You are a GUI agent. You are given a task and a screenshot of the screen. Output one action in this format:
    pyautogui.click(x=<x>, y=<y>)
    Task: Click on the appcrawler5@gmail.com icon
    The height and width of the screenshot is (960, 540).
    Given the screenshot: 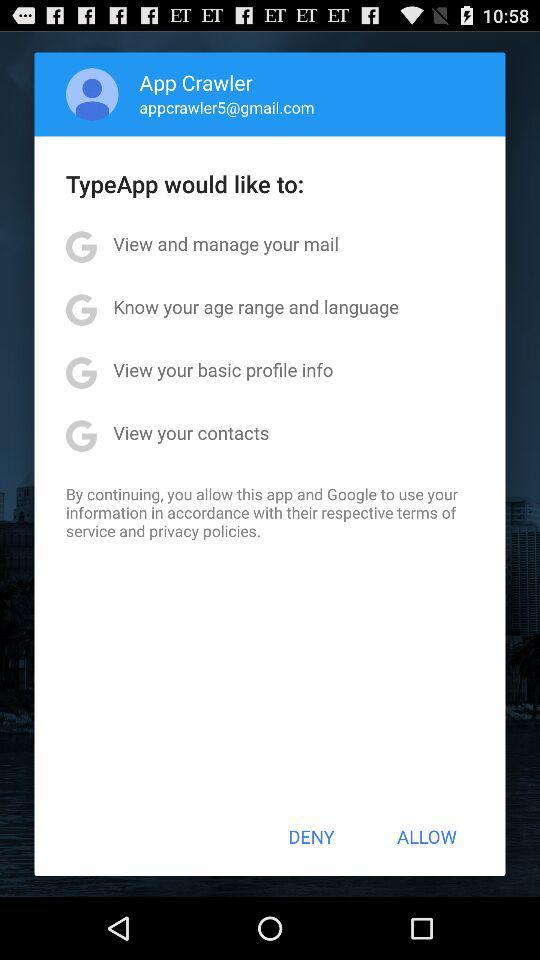 What is the action you would take?
    pyautogui.click(x=226, y=107)
    